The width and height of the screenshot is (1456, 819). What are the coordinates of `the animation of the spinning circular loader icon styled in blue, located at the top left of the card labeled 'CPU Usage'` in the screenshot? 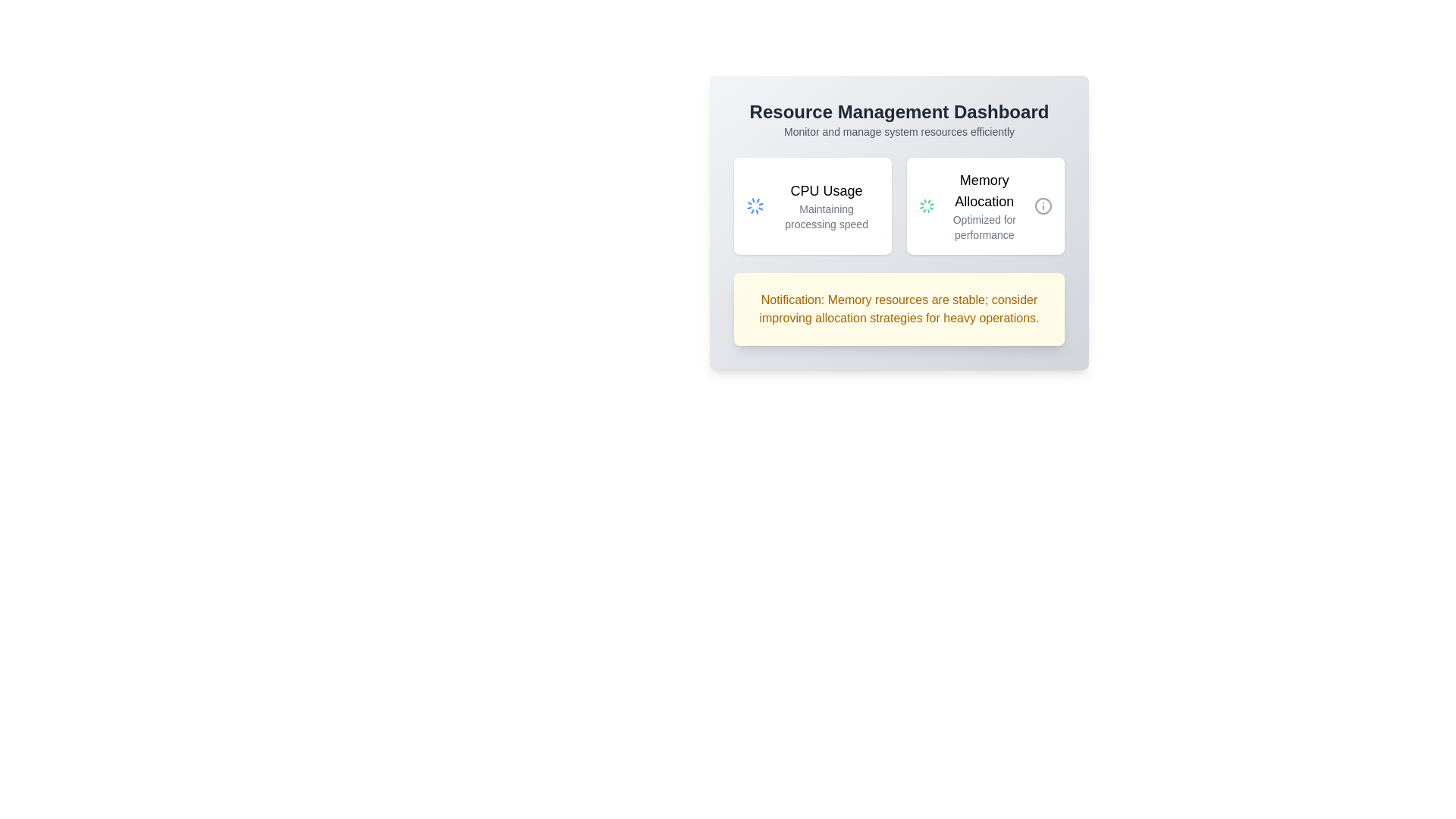 It's located at (755, 206).